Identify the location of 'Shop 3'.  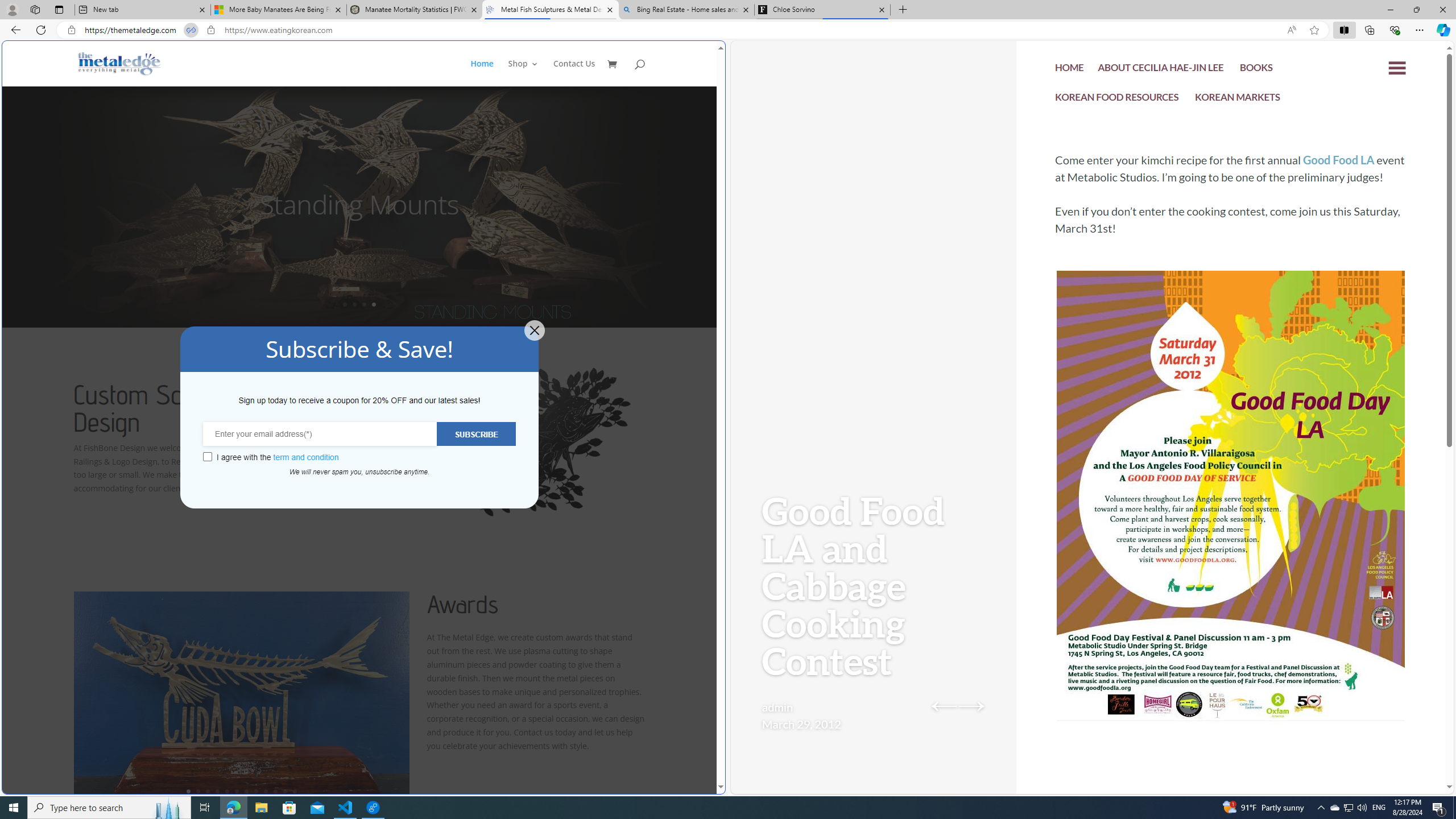
(523, 72).